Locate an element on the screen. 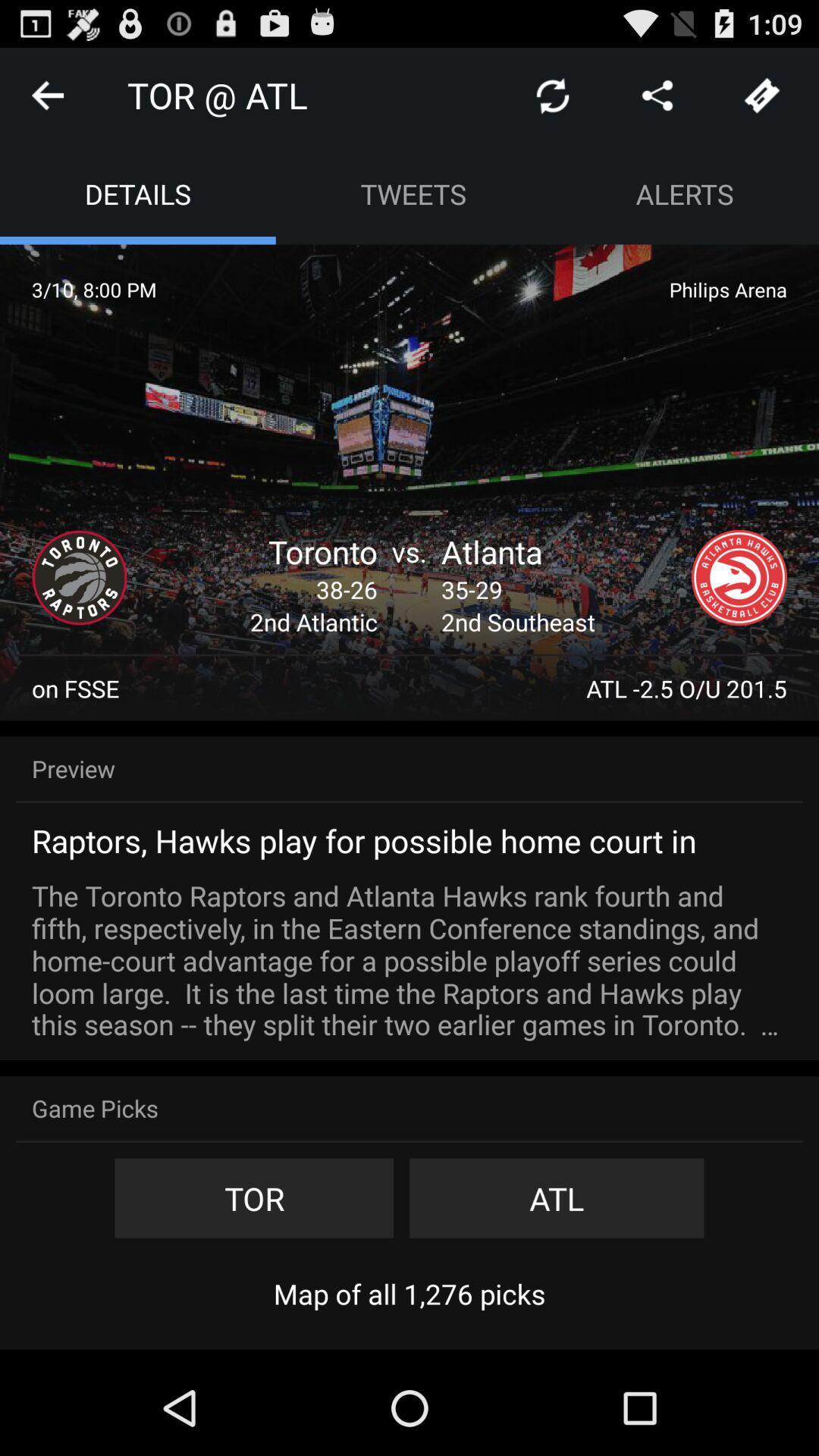  app to the right of tor @ atl is located at coordinates (553, 94).